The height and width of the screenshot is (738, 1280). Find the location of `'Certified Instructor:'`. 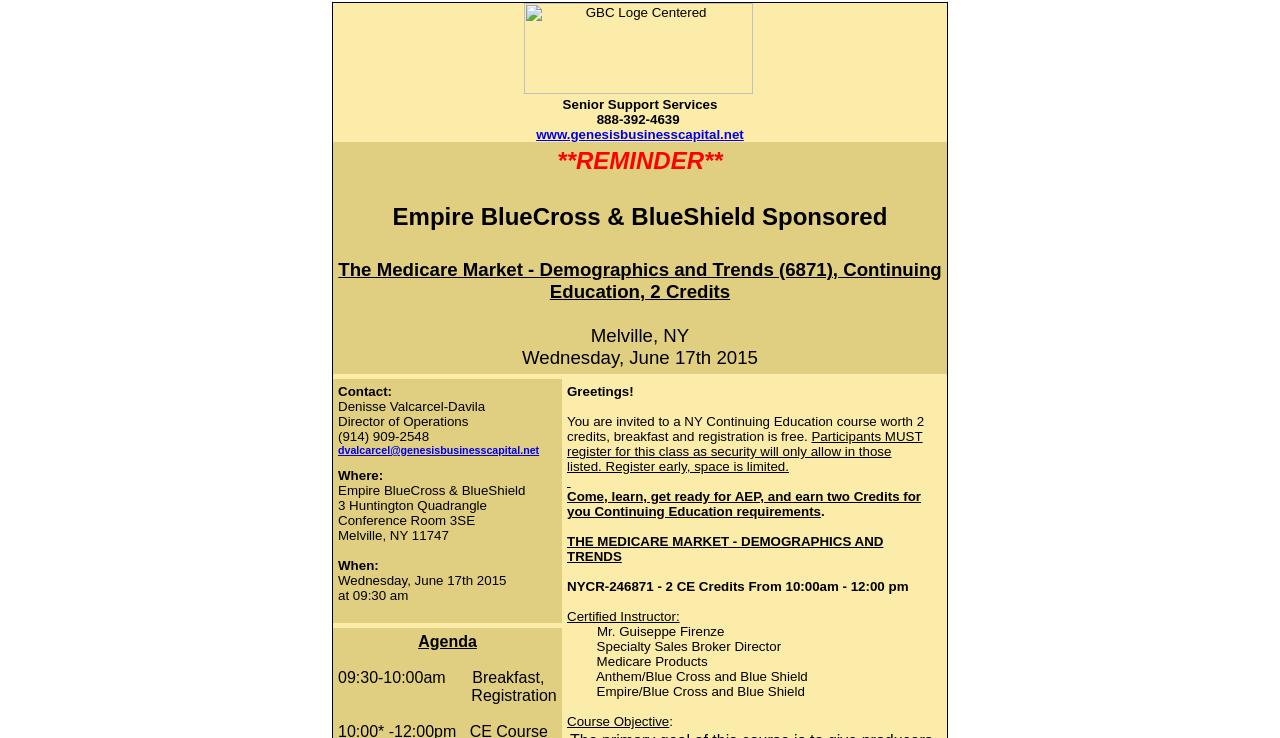

'Certified Instructor:' is located at coordinates (621, 615).